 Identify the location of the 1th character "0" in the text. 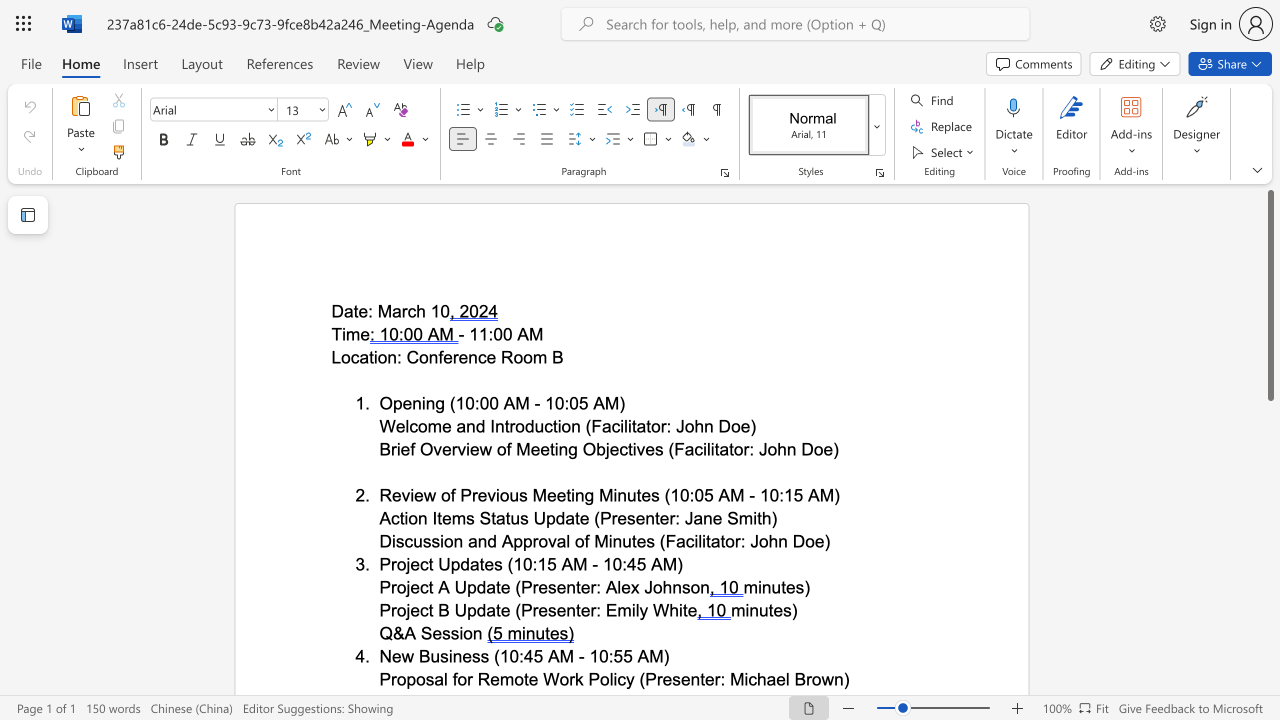
(498, 333).